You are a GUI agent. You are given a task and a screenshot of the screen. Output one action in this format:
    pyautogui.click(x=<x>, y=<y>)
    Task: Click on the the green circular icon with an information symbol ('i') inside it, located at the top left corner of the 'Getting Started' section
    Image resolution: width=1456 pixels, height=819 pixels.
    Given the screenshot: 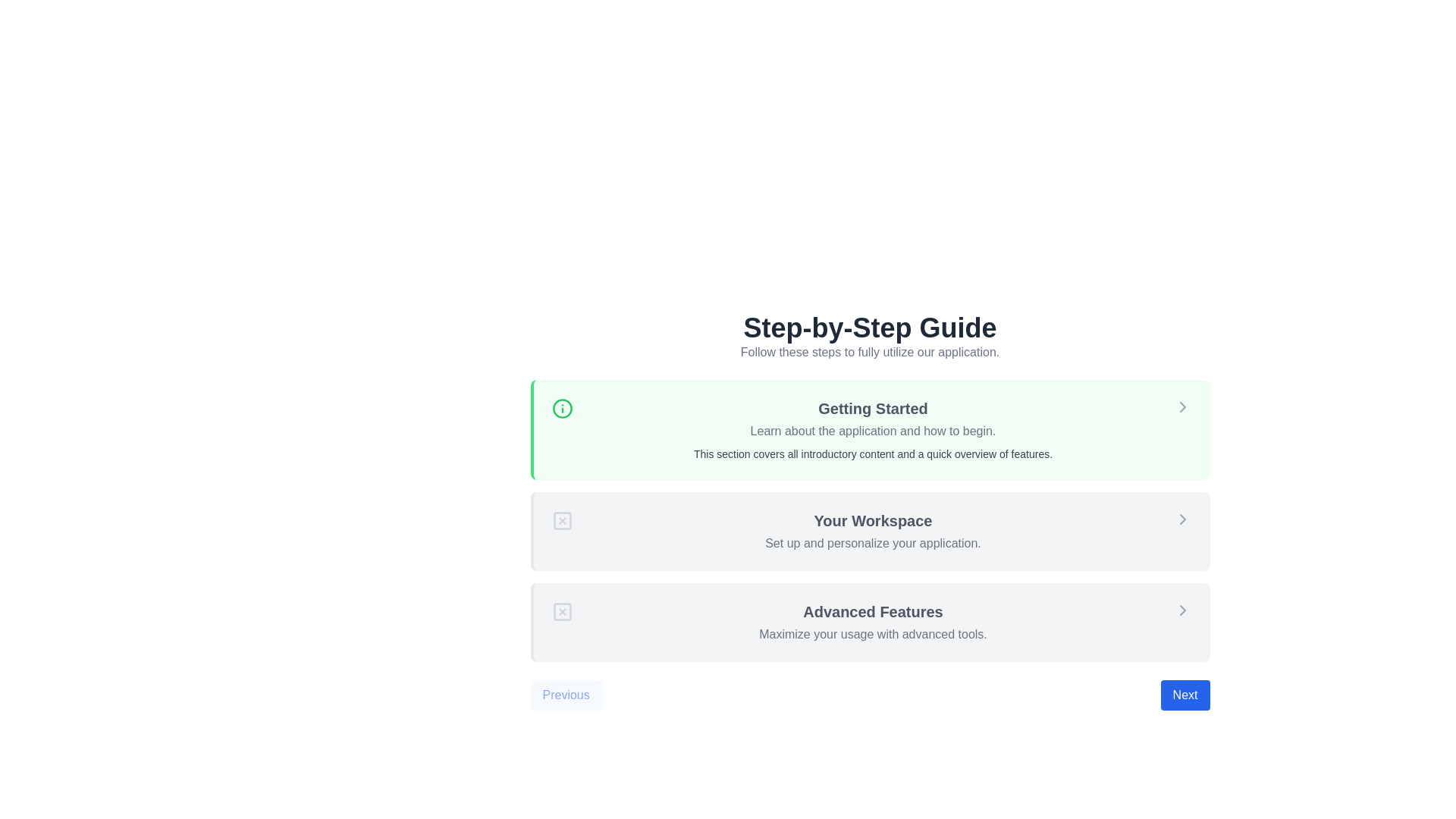 What is the action you would take?
    pyautogui.click(x=561, y=408)
    